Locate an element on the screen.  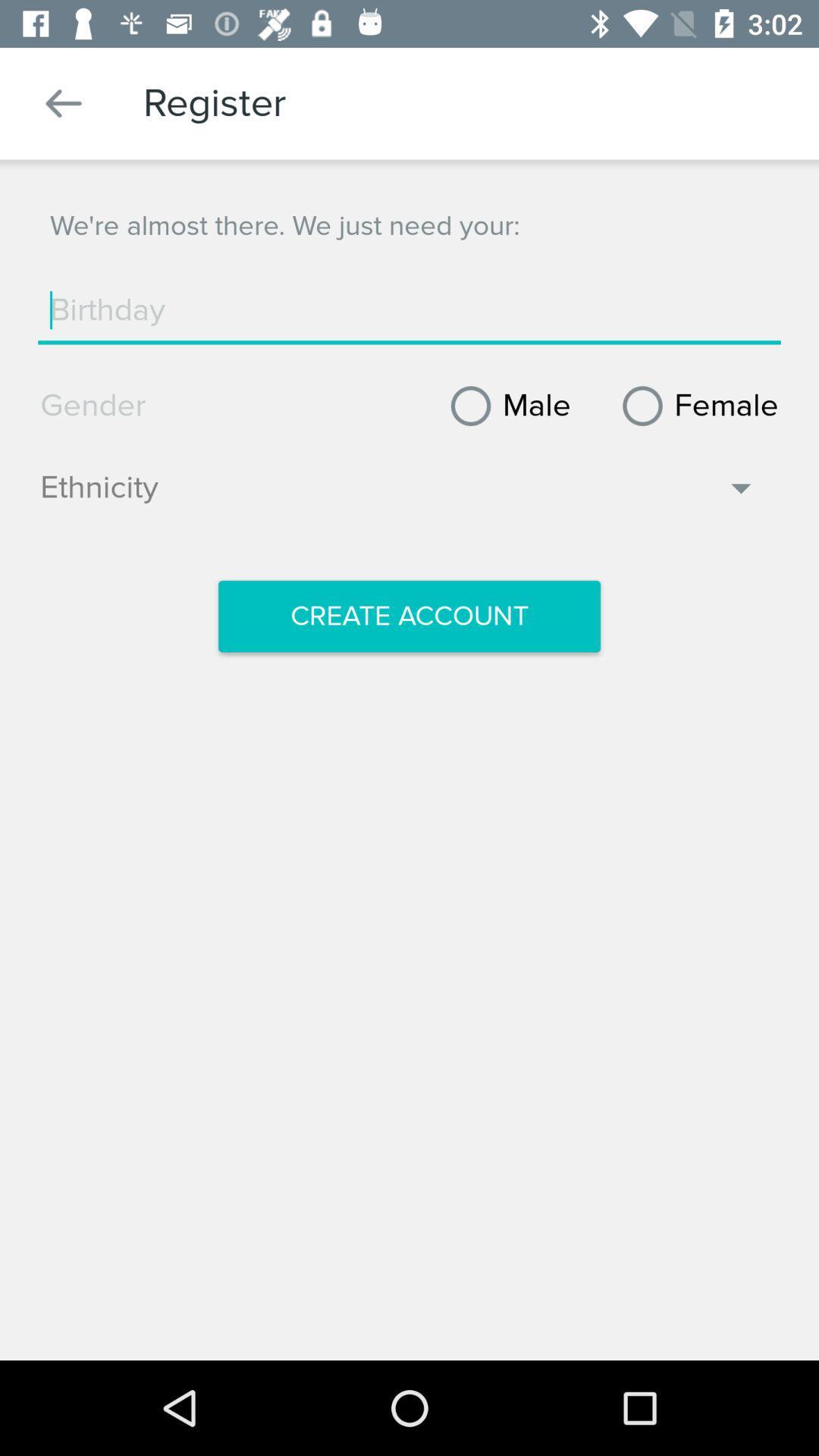
the male item is located at coordinates (505, 406).